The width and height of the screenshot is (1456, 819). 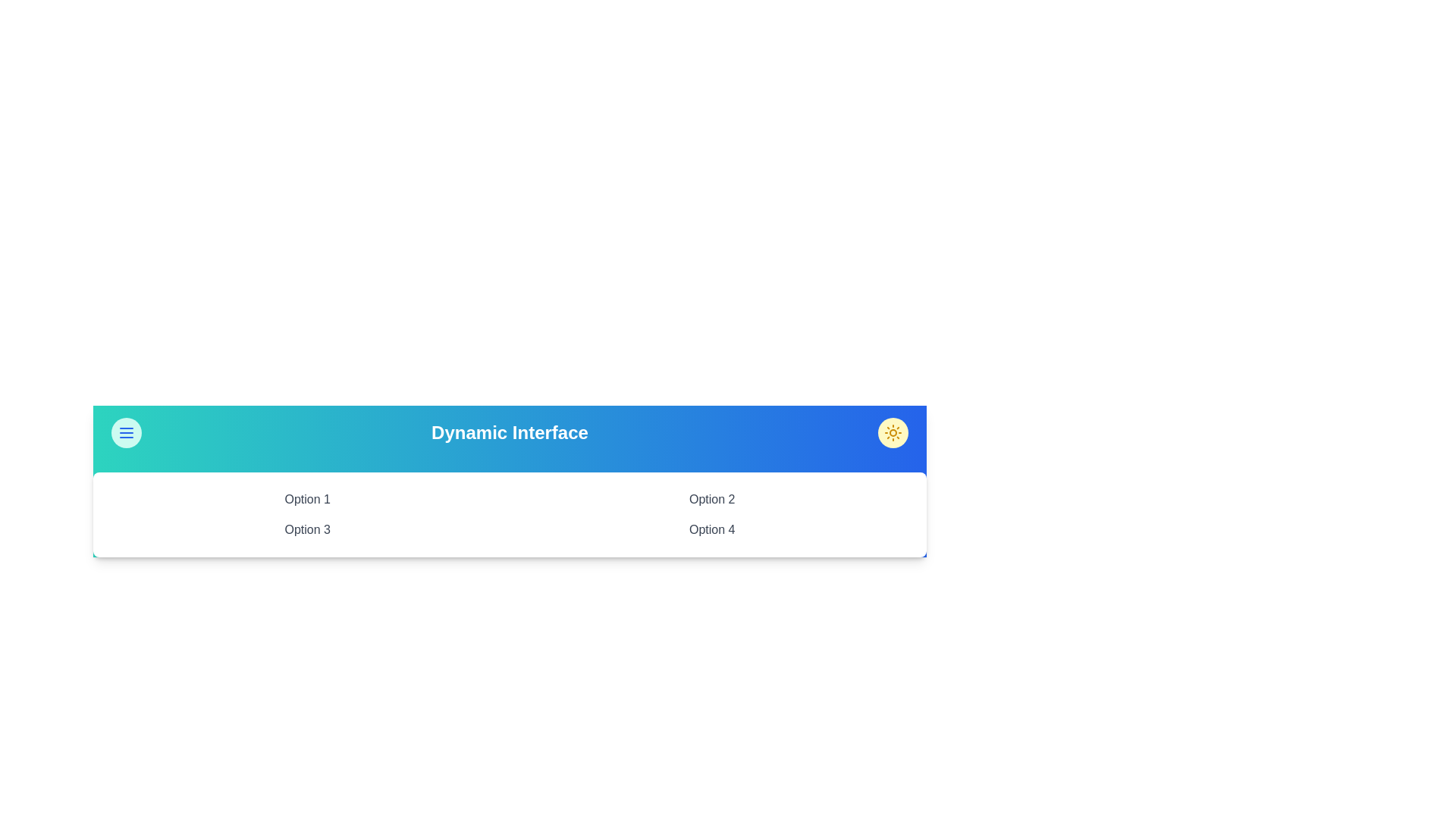 What do you see at coordinates (893, 432) in the screenshot?
I see `theme toggle button to change the theme` at bounding box center [893, 432].